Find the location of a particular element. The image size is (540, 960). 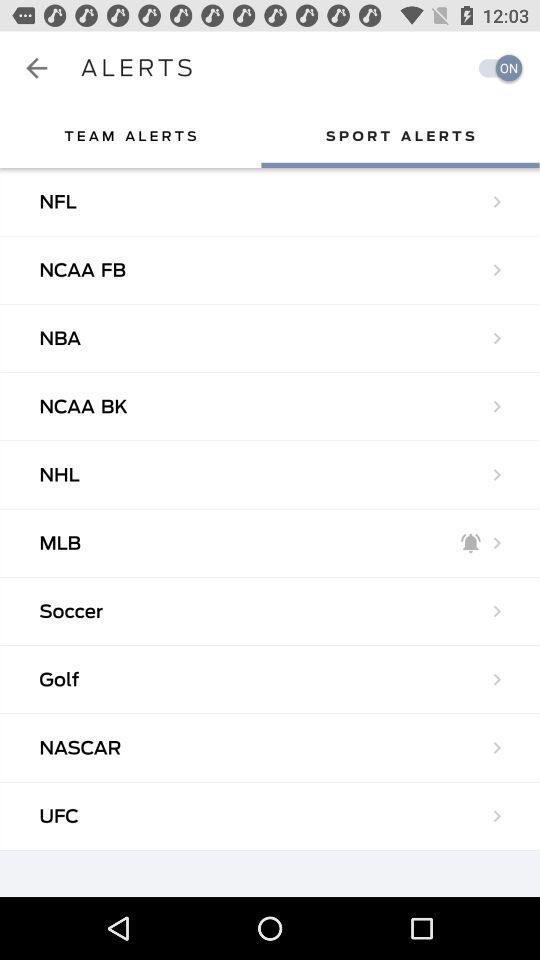

turn on alerts is located at coordinates (494, 68).